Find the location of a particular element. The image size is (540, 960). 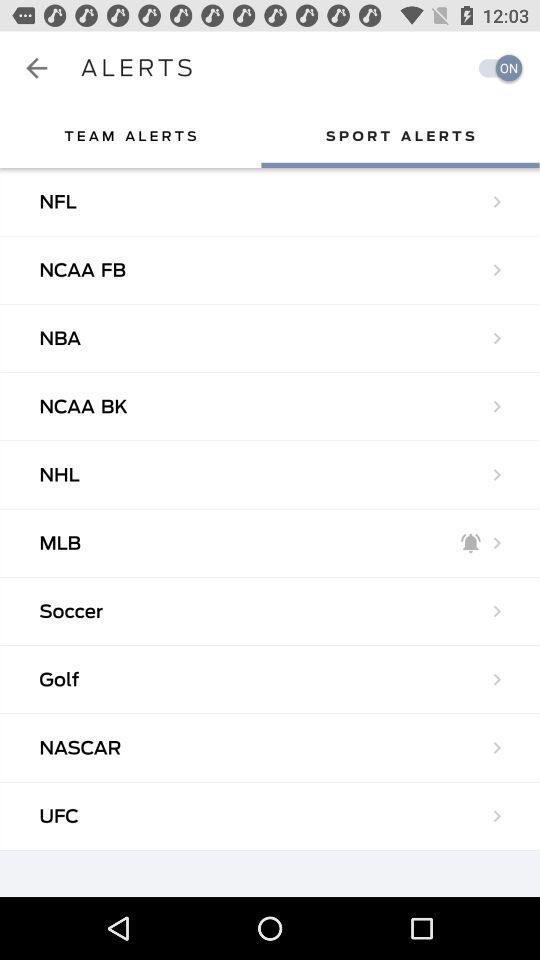

turn on alerts is located at coordinates (494, 68).